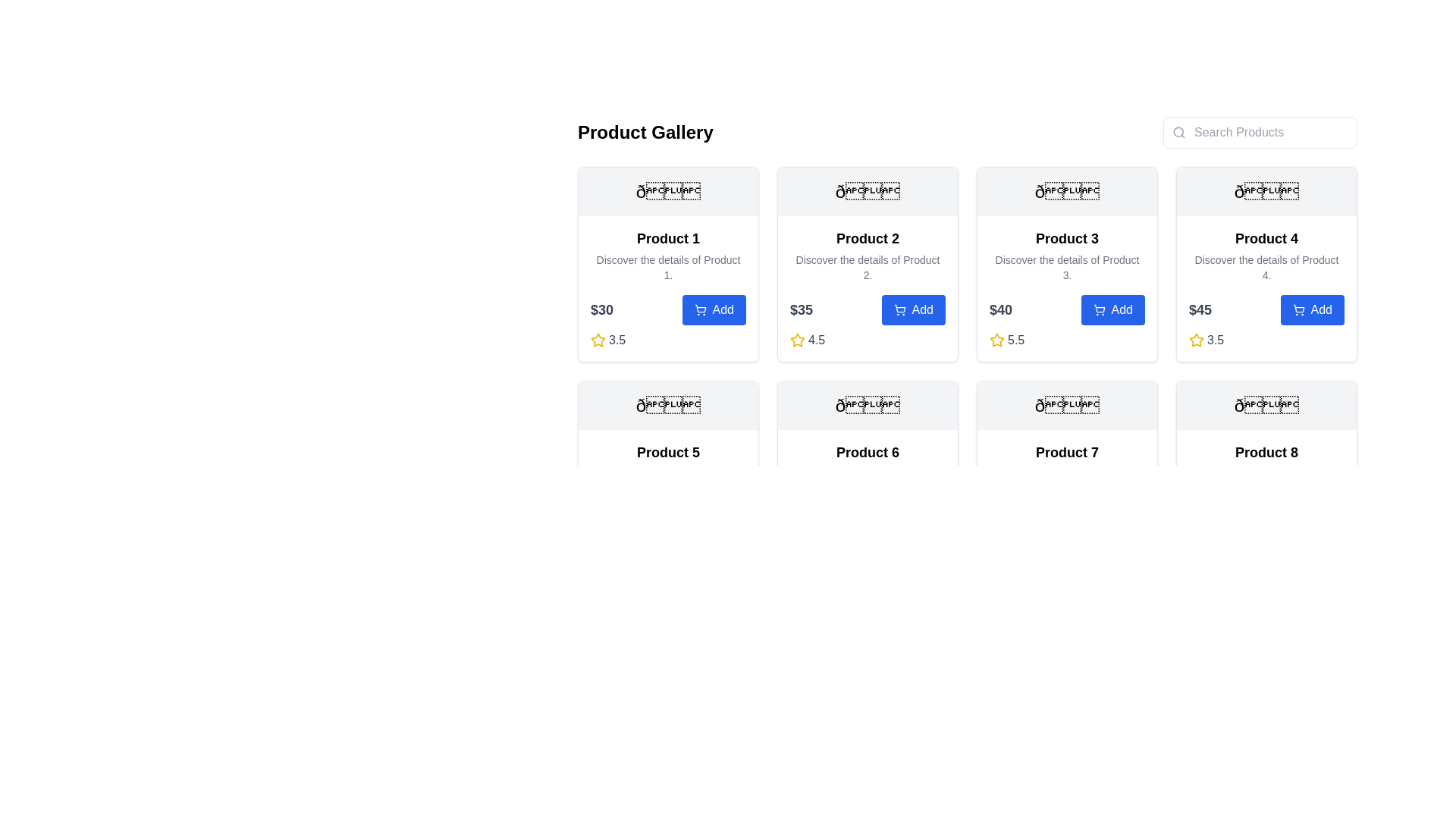  I want to click on the shopping cart icon embedded within the blue 'Add' button of 'Product 2', so click(899, 309).